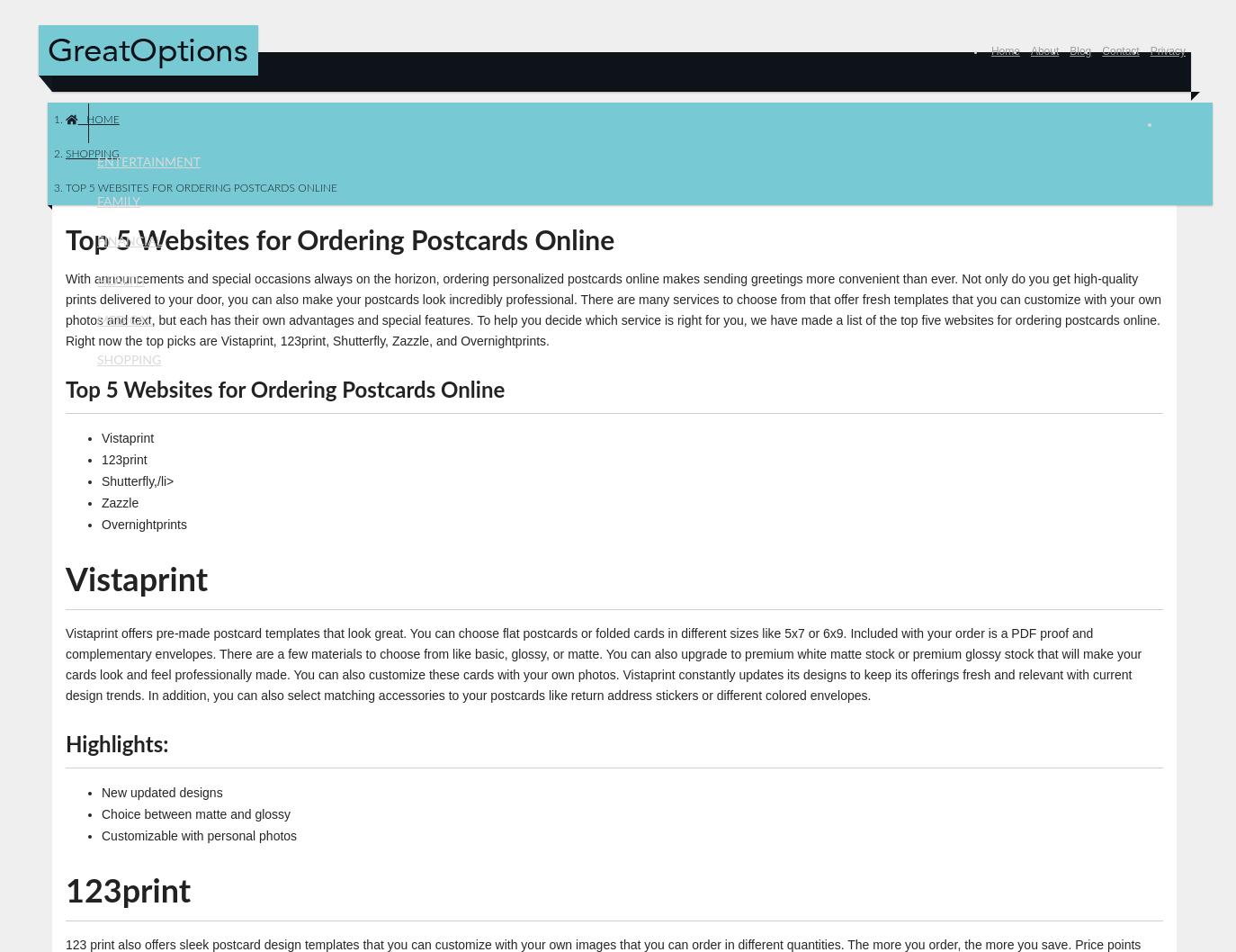 The height and width of the screenshot is (952, 1236). Describe the element at coordinates (614, 308) in the screenshot. I see `'With announcements and special occasions always on the horizon, ordering personalized postcards online makes sending greetings more convenient than ever. Not only do you get high-quality prints delivered to your door, you can also make your postcards look incredibly professional. There are many services to choose from that offer fresh templates that you can customize with your own photos and text, but each has their own advantages and special features. To help you decide which service is right for you, we have made a list of the top five websites for ordering postcards online. Right now the top picks are Vistaprint, 123print, Shutterfly, Zazzle, and Overnightprints.'` at that location.